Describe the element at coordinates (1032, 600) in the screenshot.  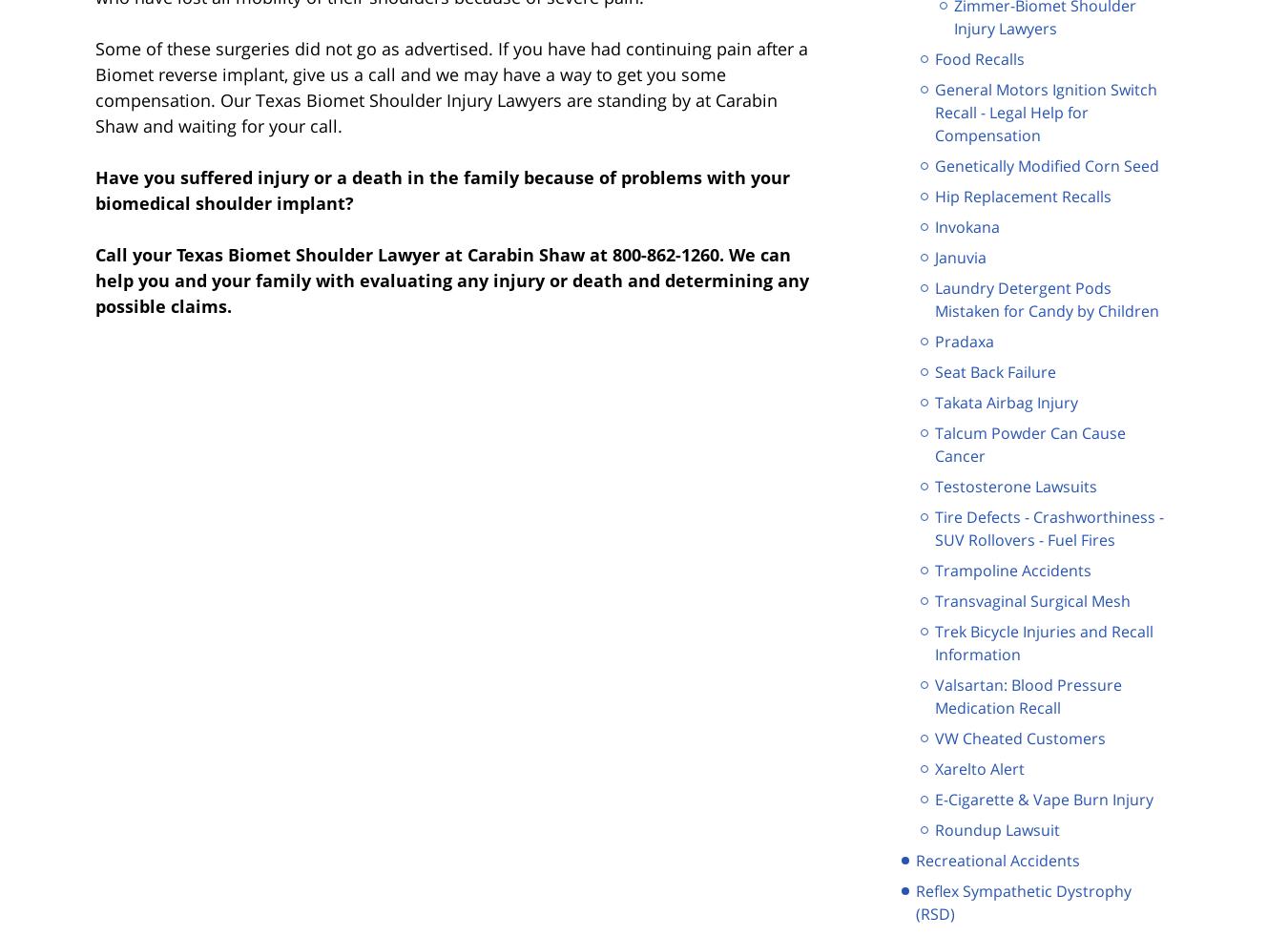
I see `'Transvaginal Surgical Mesh'` at that location.